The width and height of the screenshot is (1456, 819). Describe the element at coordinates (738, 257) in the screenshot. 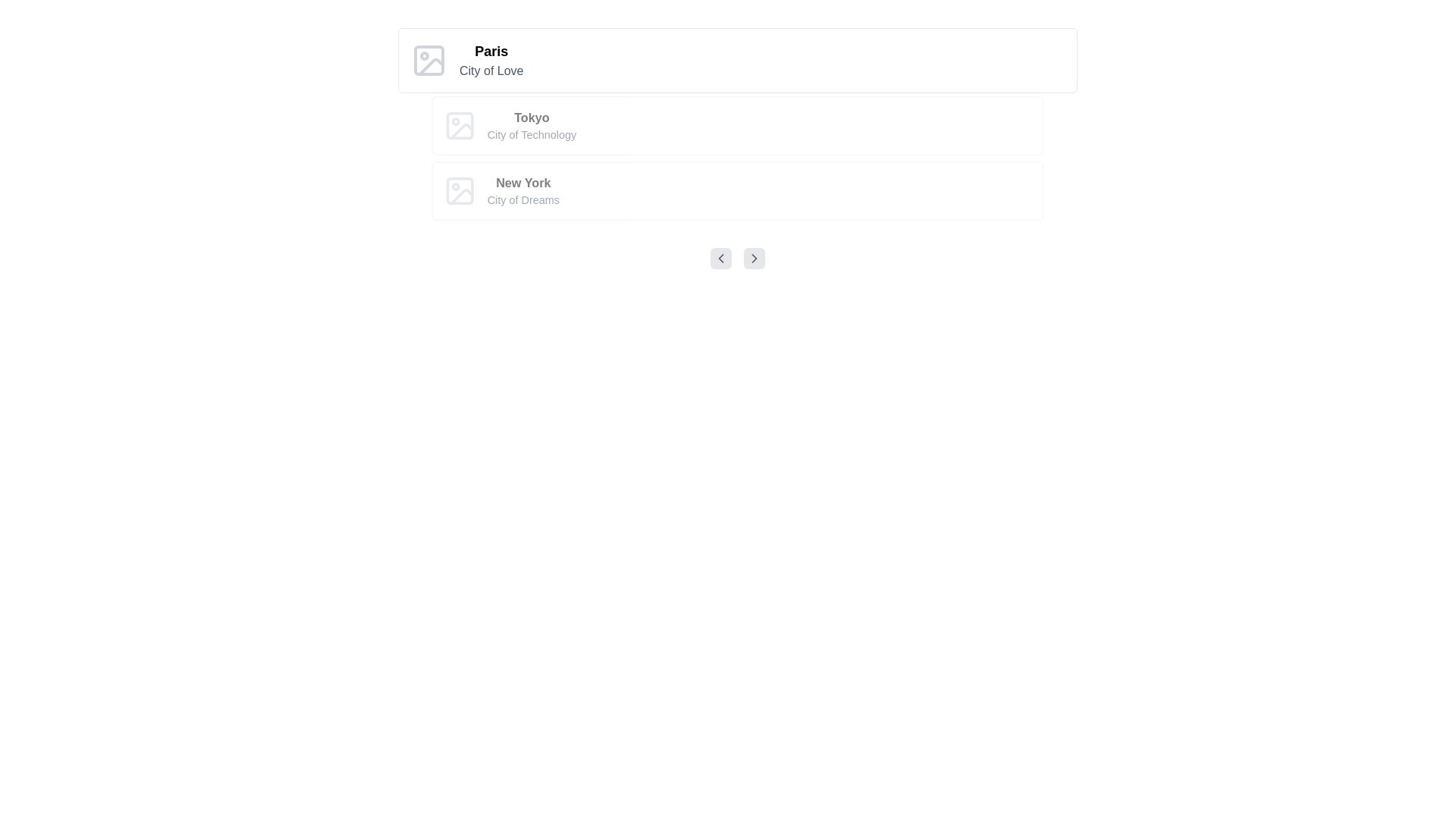

I see `the right arrow of the Carousel navigation control, positioned centrally below the city items 'Paris', 'Tokyo', and 'New York'` at that location.